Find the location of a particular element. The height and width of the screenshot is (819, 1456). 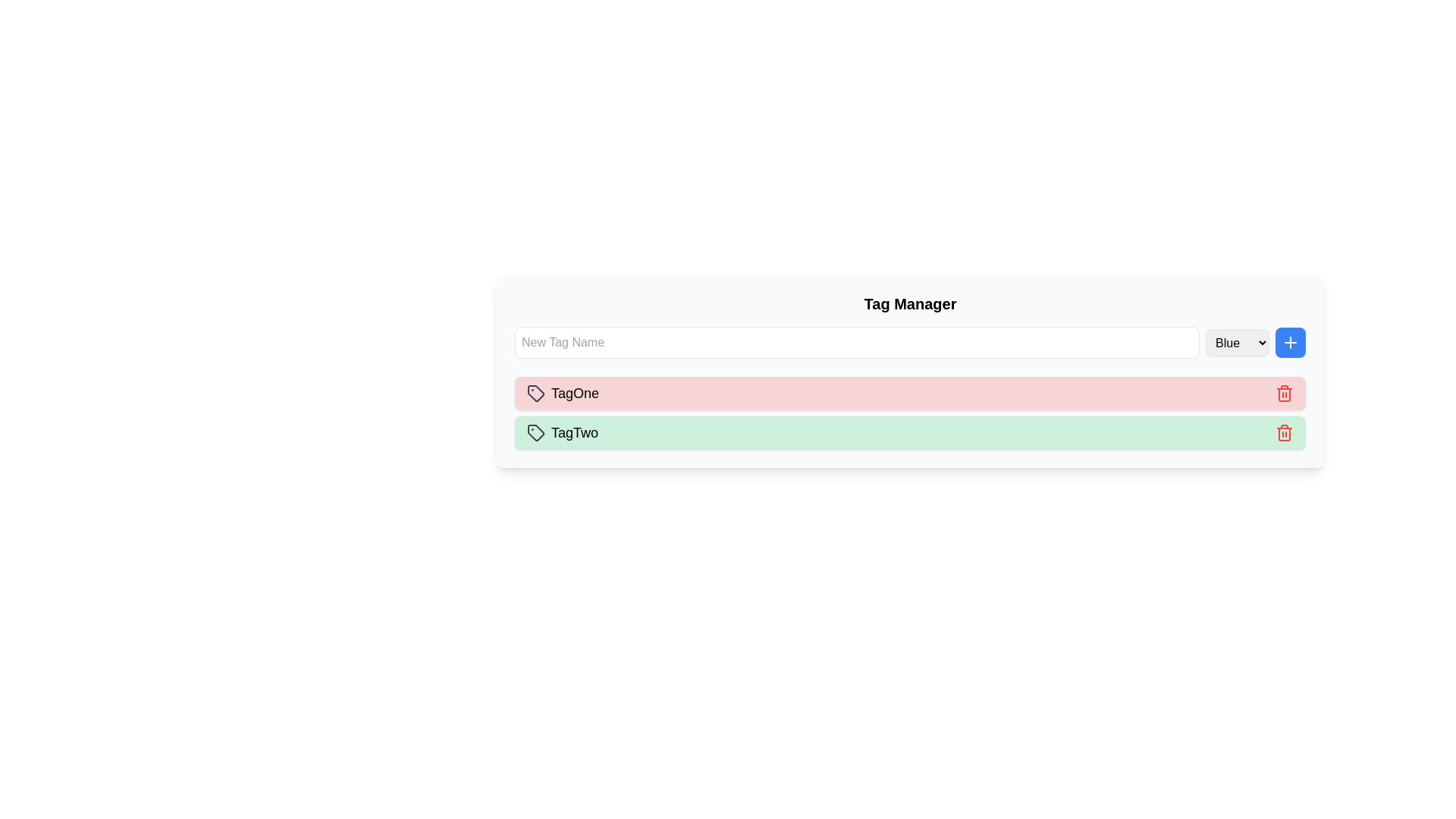

the label 'TagOne' which has a tag icon and is highlighted in light pink for rearrangement or reassignment is located at coordinates (562, 393).